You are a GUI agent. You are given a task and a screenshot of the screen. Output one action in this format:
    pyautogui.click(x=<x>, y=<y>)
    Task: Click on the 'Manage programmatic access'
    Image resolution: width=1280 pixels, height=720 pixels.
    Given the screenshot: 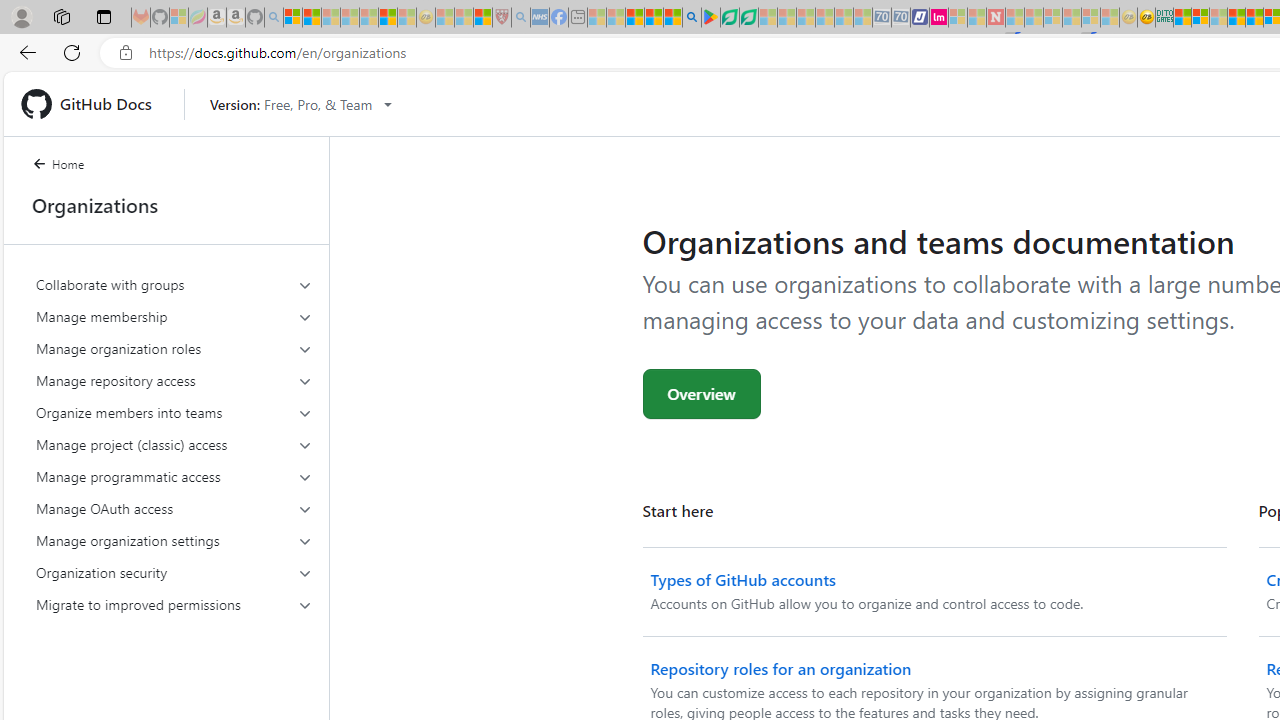 What is the action you would take?
    pyautogui.click(x=174, y=477)
    